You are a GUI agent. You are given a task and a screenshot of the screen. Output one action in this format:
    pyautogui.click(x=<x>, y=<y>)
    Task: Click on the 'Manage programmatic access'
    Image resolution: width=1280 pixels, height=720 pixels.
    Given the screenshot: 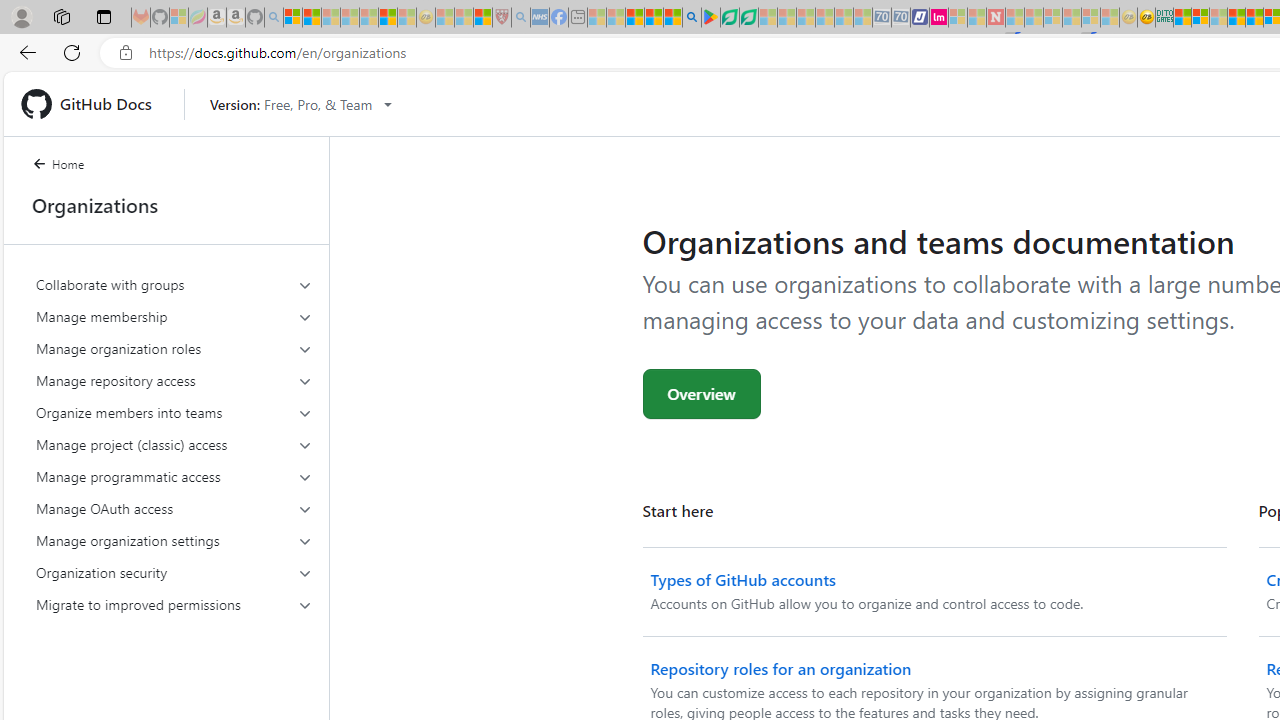 What is the action you would take?
    pyautogui.click(x=174, y=477)
    